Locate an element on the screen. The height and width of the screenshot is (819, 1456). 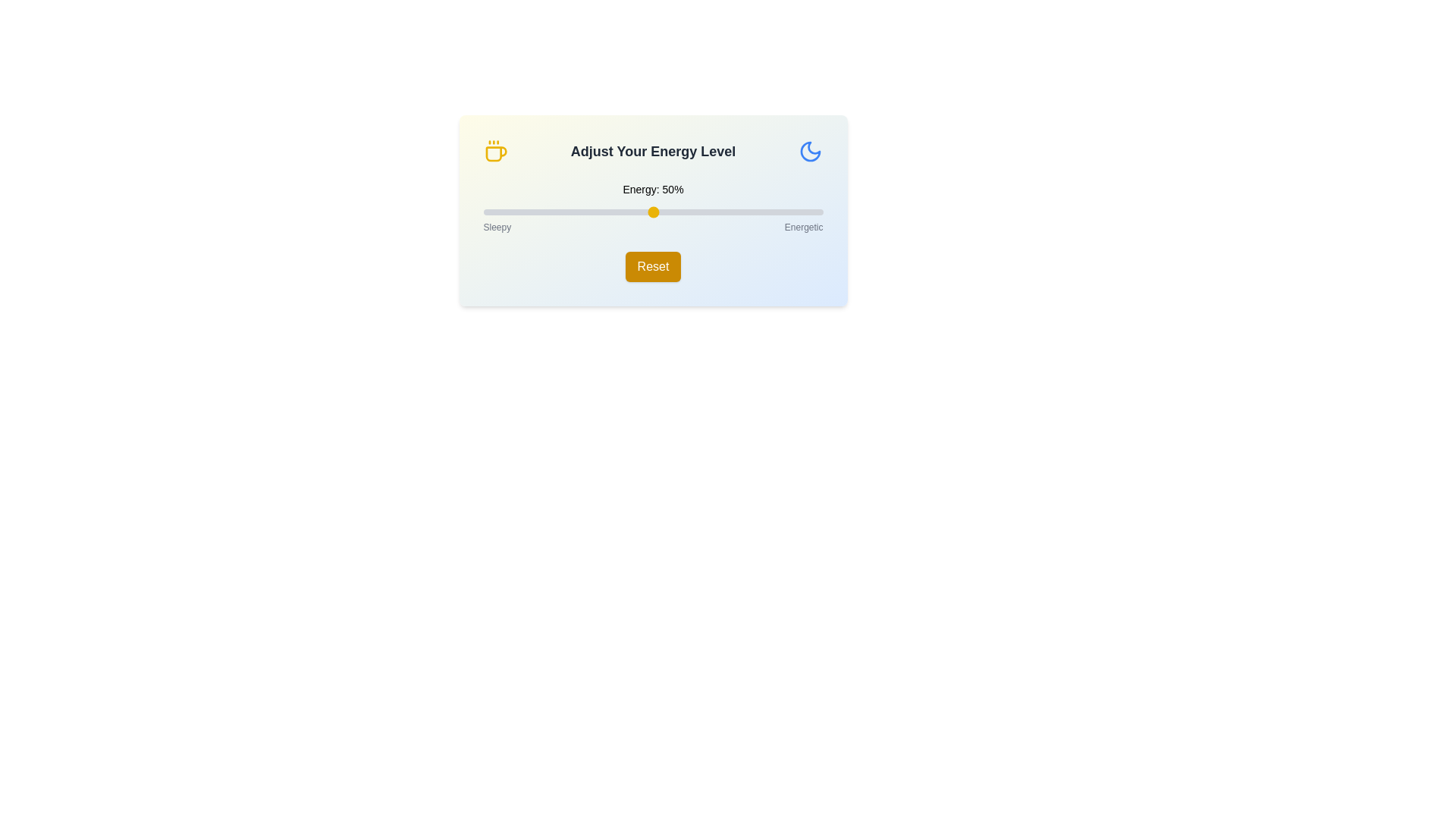
the energy level slider to 71% is located at coordinates (723, 212).